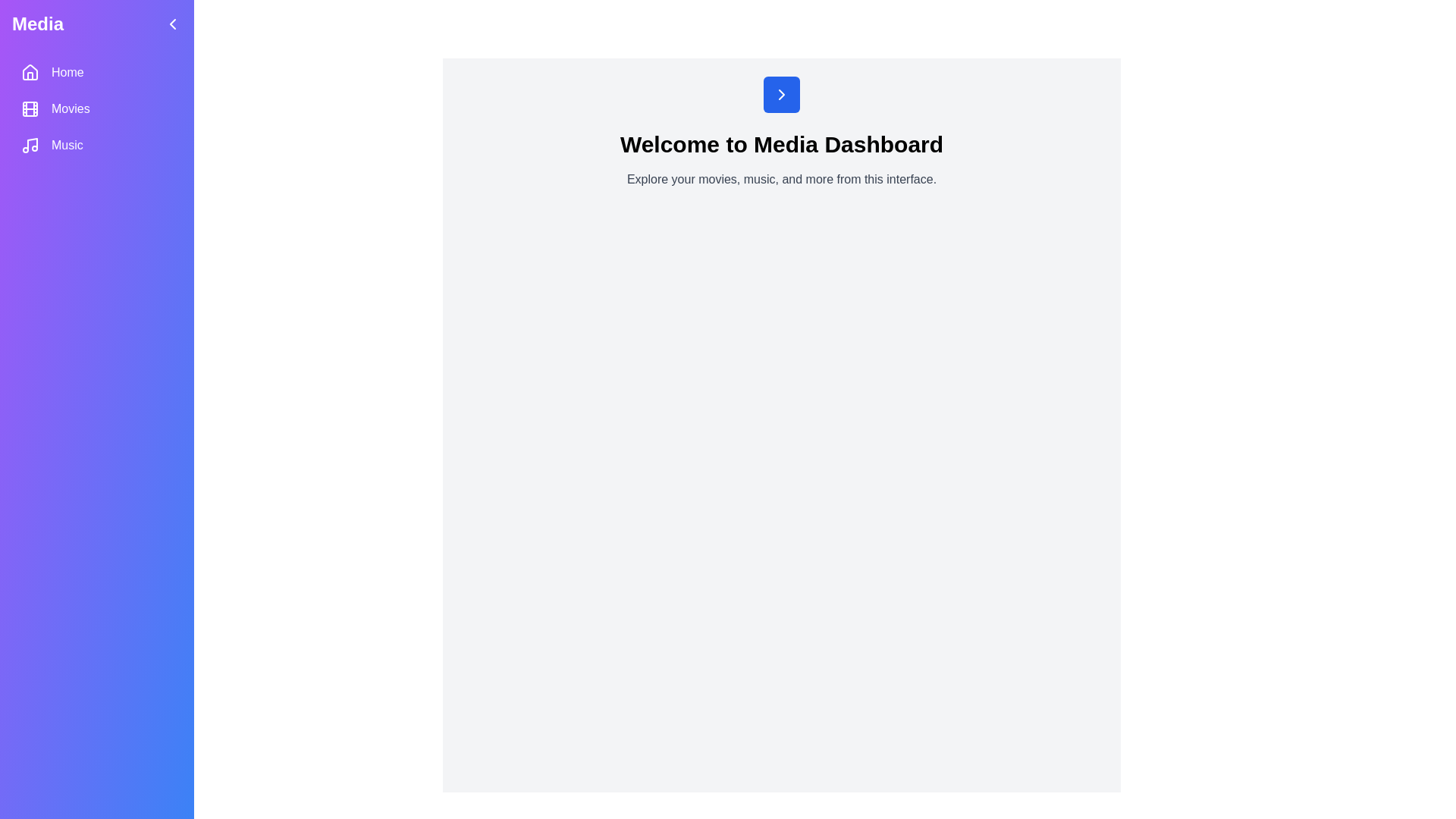  I want to click on the Movies section in the sidebar, so click(96, 108).